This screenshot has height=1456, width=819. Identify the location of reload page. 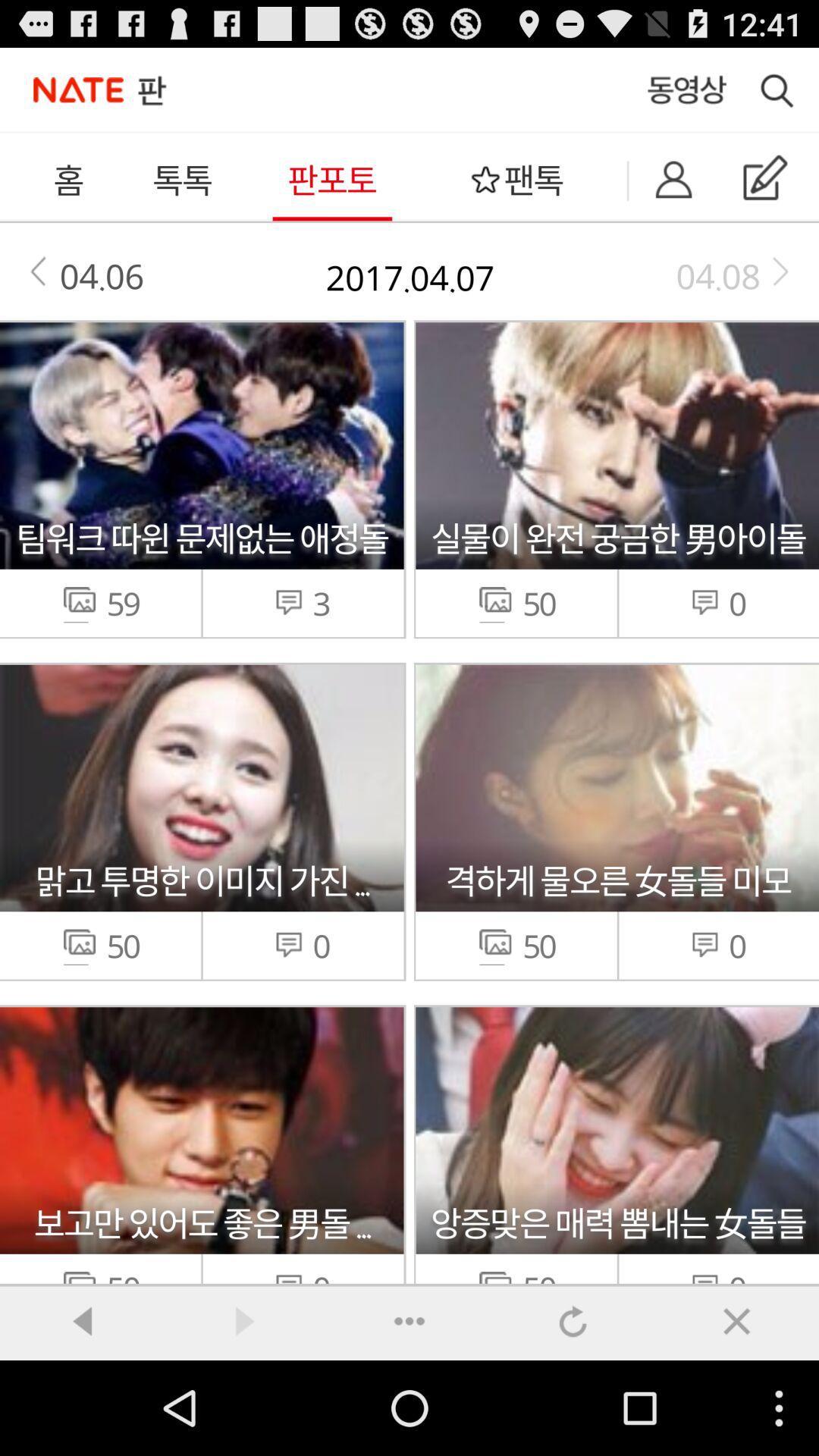
(573, 1320).